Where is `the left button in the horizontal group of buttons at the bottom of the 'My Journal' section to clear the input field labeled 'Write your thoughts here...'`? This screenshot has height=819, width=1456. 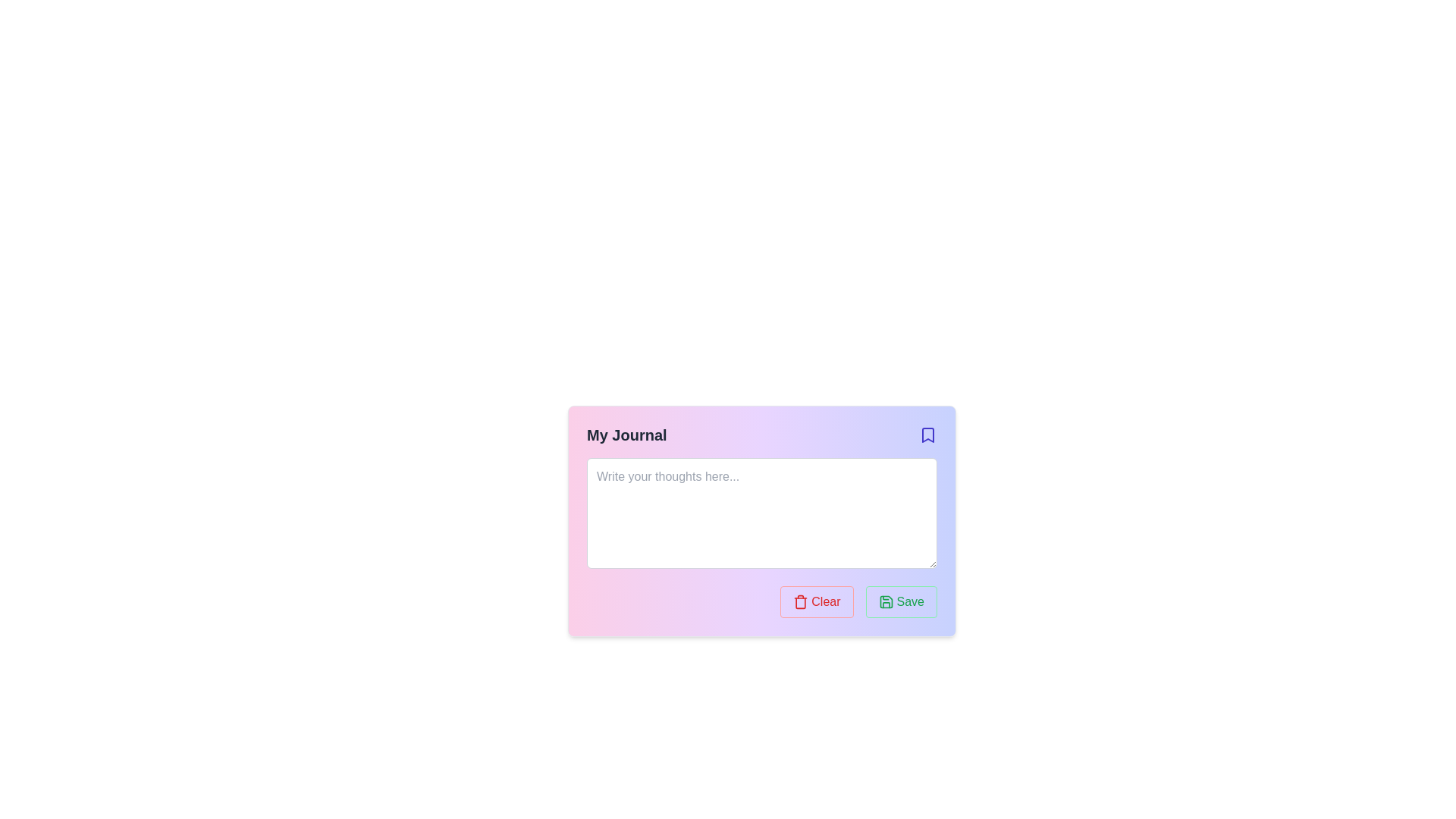
the left button in the horizontal group of buttons at the bottom of the 'My Journal' section to clear the input field labeled 'Write your thoughts here...' is located at coordinates (816, 601).